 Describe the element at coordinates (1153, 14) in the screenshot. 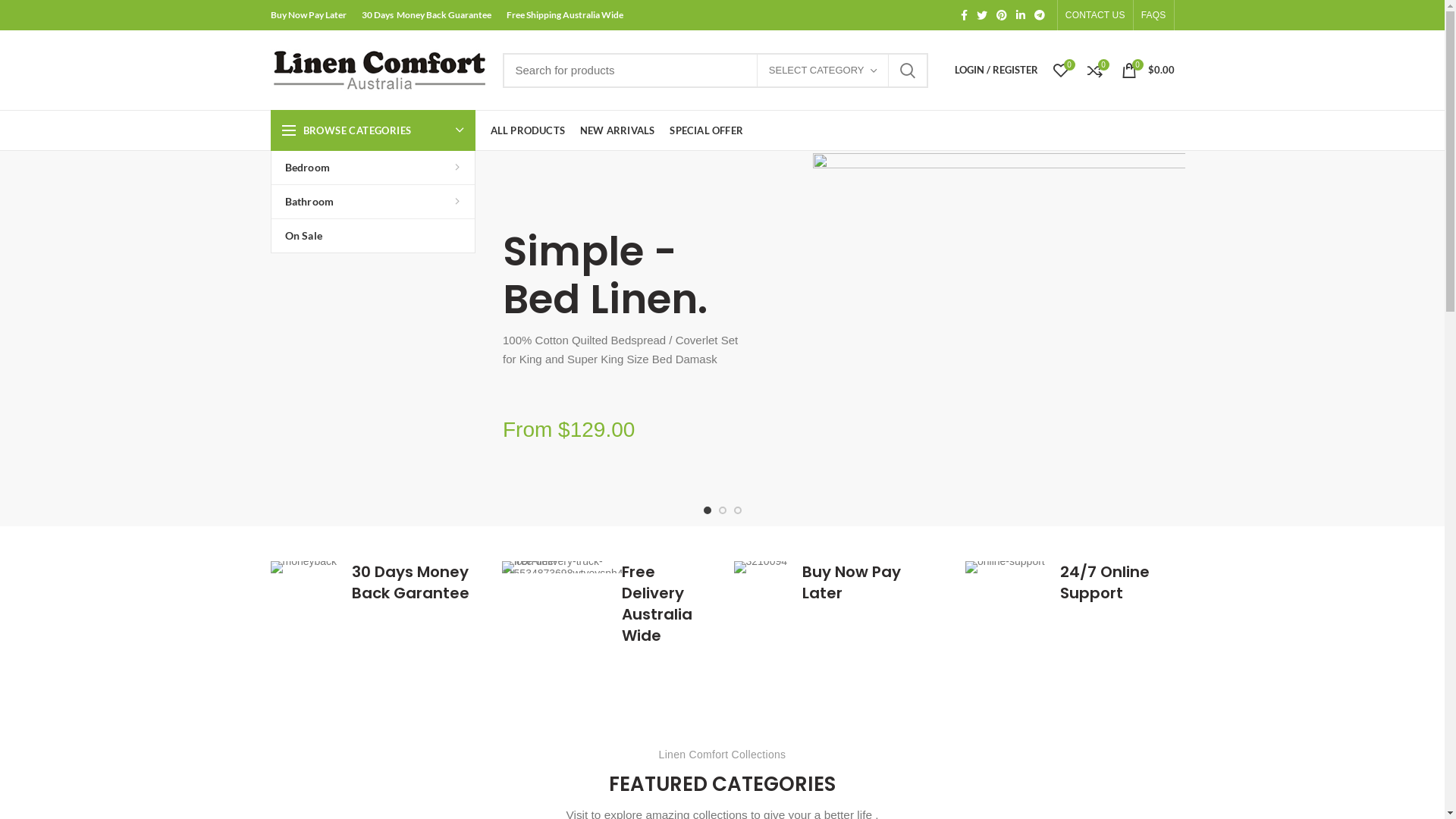

I see `'FAQS'` at that location.